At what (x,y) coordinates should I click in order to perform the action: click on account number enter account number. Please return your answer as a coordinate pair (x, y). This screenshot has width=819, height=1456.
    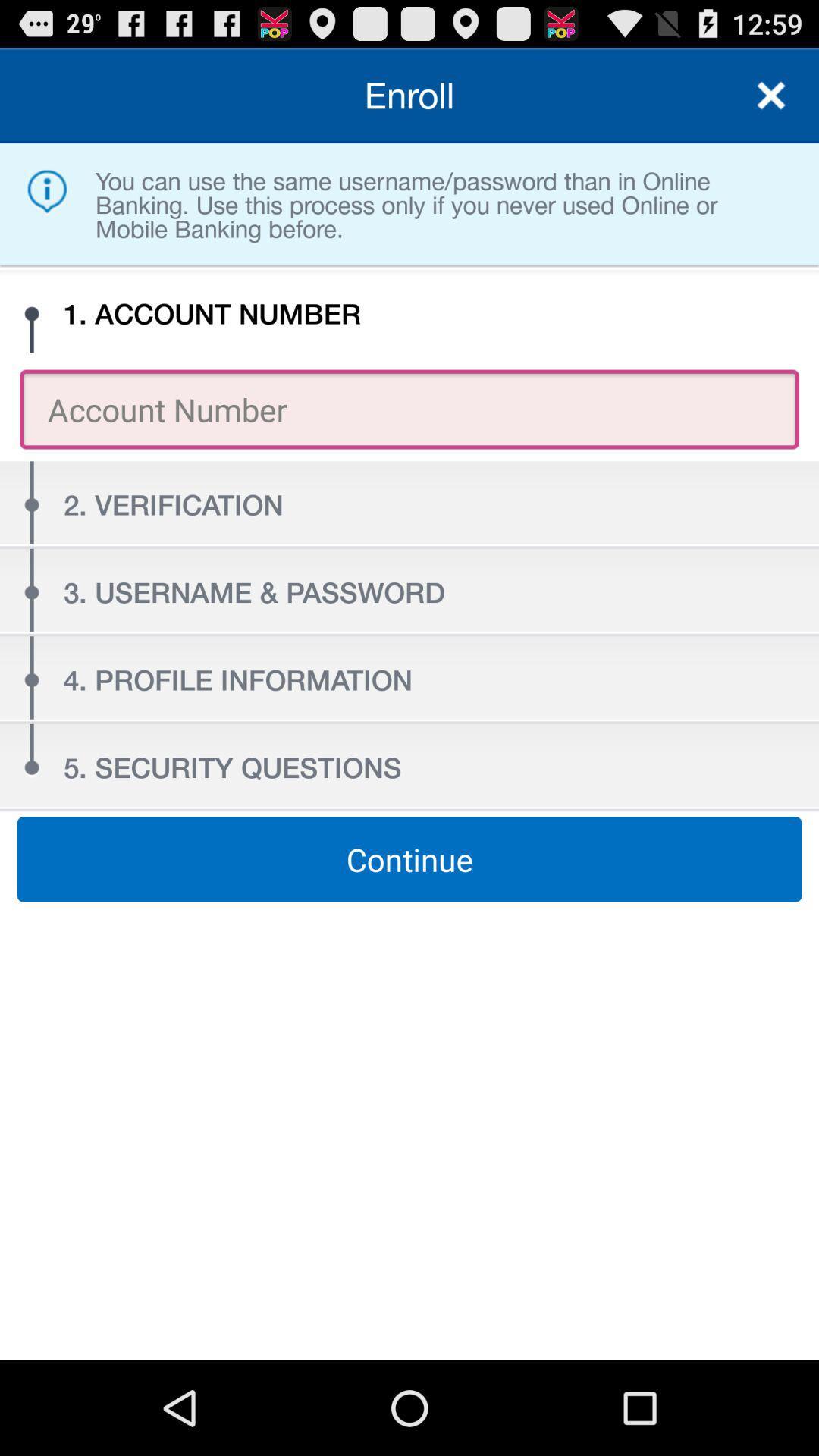
    Looking at the image, I should click on (409, 409).